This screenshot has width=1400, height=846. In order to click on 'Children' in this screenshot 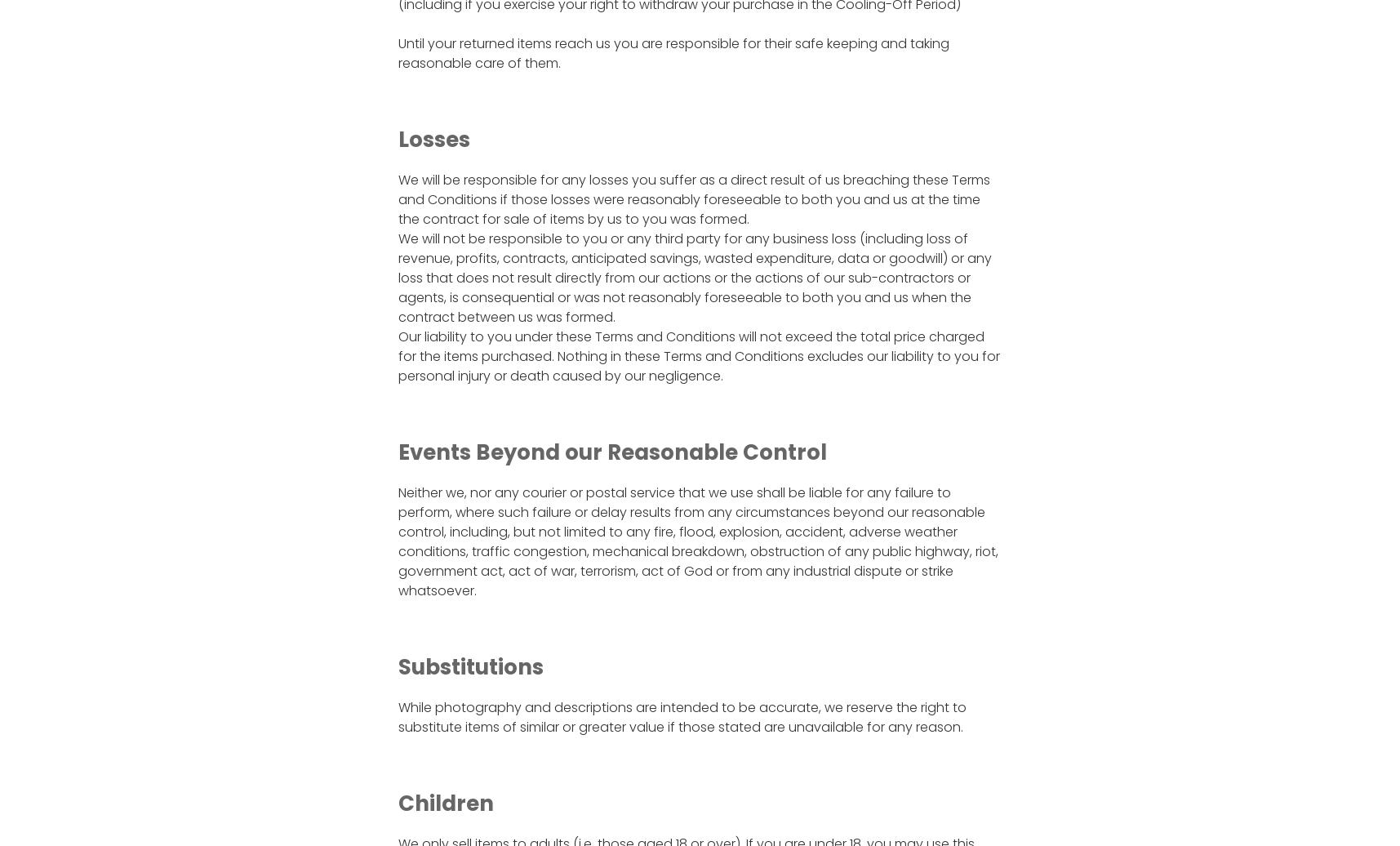, I will do `click(398, 802)`.